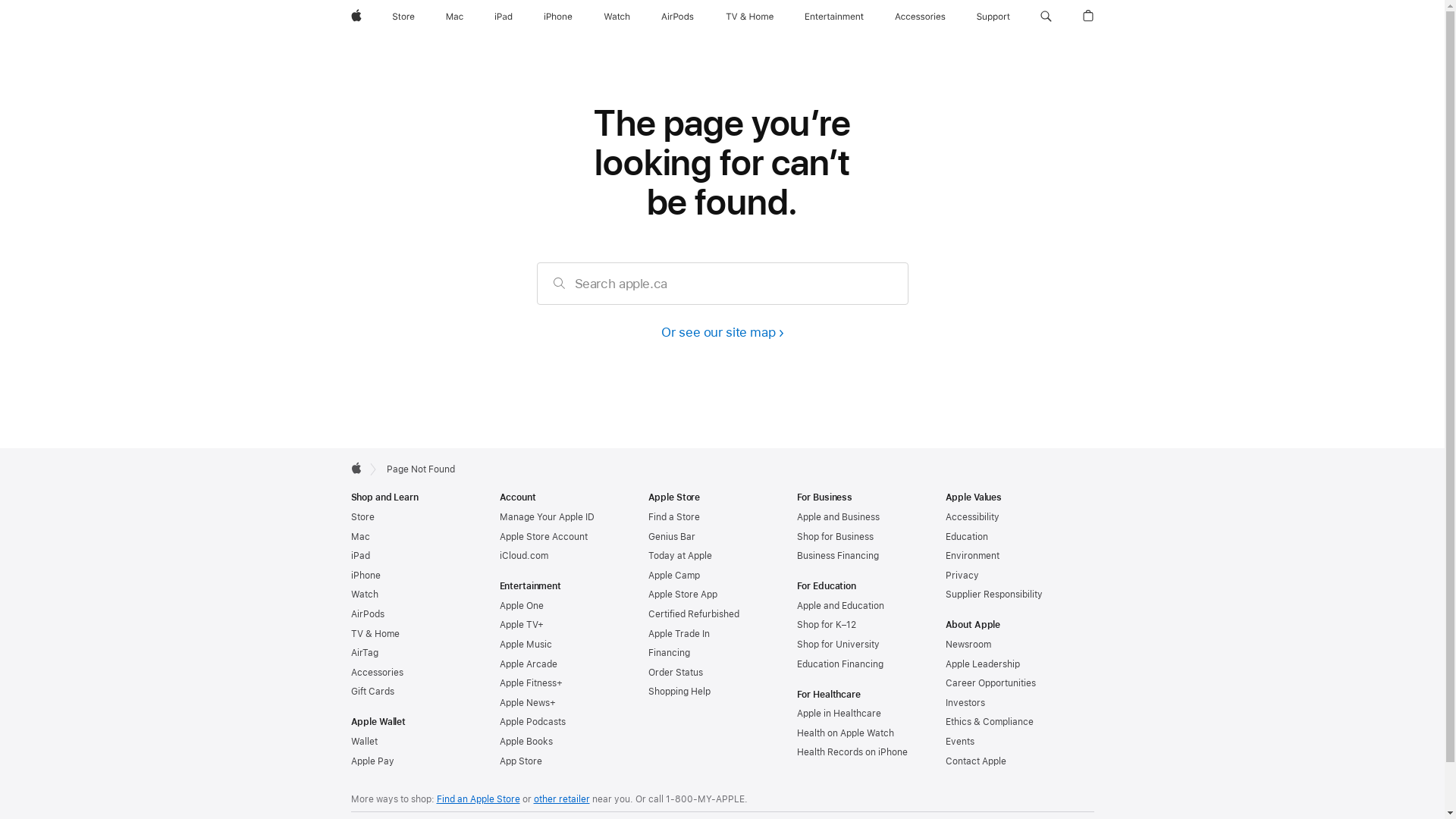 The image size is (1456, 819). Describe the element at coordinates (944, 555) in the screenshot. I see `'Environment'` at that location.